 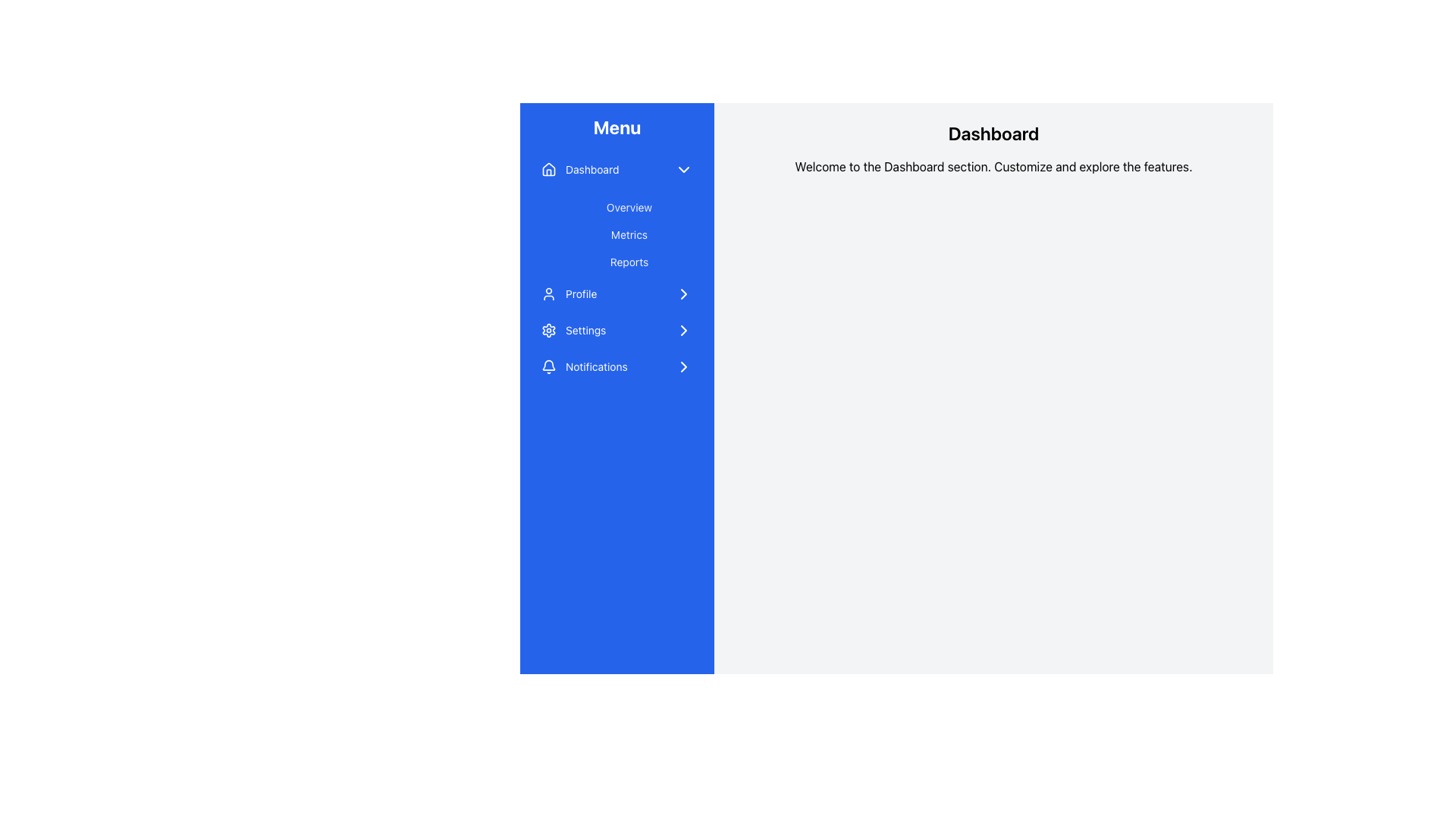 I want to click on the SVG Icon located at the far right end of the 'Notifications' menu entry, adjacent to the text 'Notifications', so click(x=683, y=366).